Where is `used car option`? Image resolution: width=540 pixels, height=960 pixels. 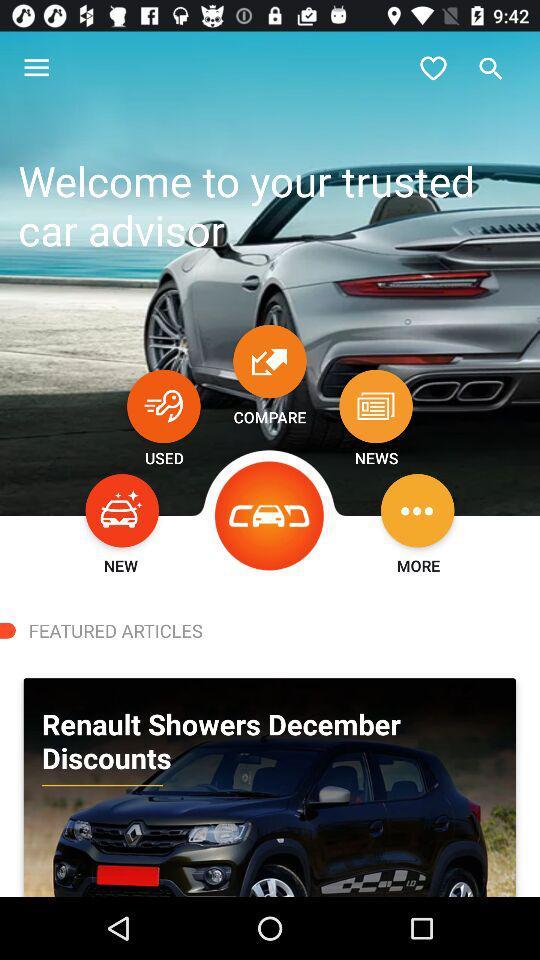 used car option is located at coordinates (162, 405).